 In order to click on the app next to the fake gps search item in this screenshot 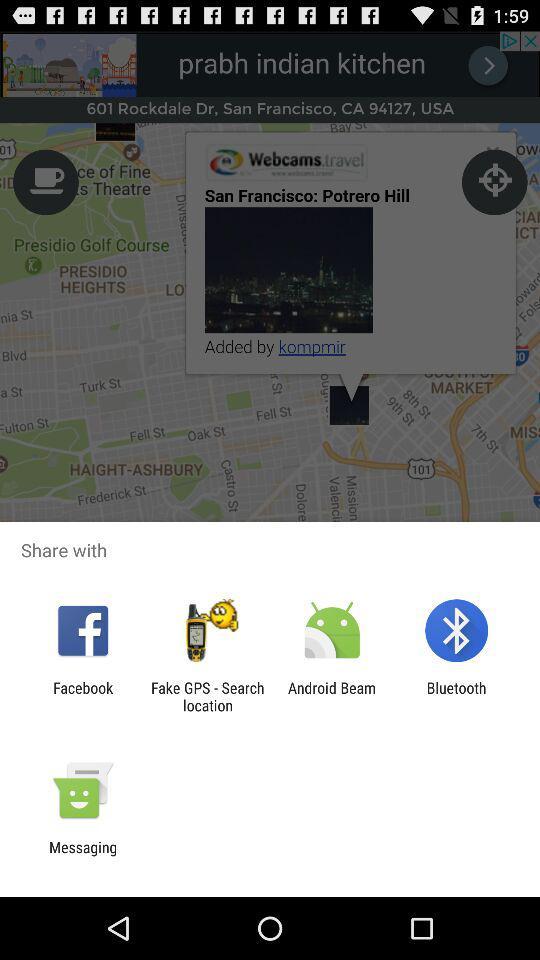, I will do `click(82, 696)`.